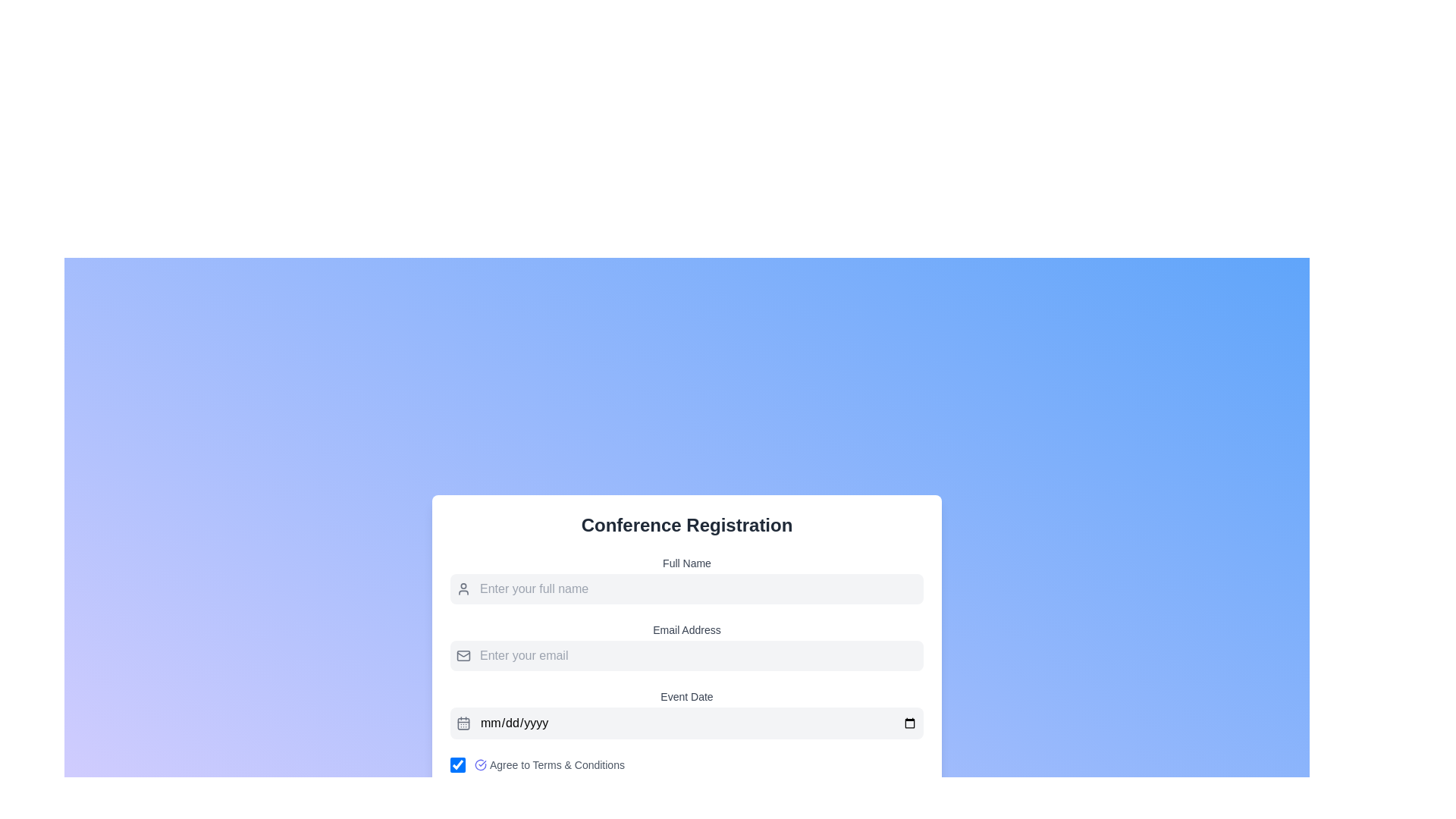 Image resolution: width=1456 pixels, height=819 pixels. What do you see at coordinates (463, 654) in the screenshot?
I see `the envelope icon located to the left of the 'Enter your email' input field, which is rendered in a minimalist outline style with a gray color tone` at bounding box center [463, 654].